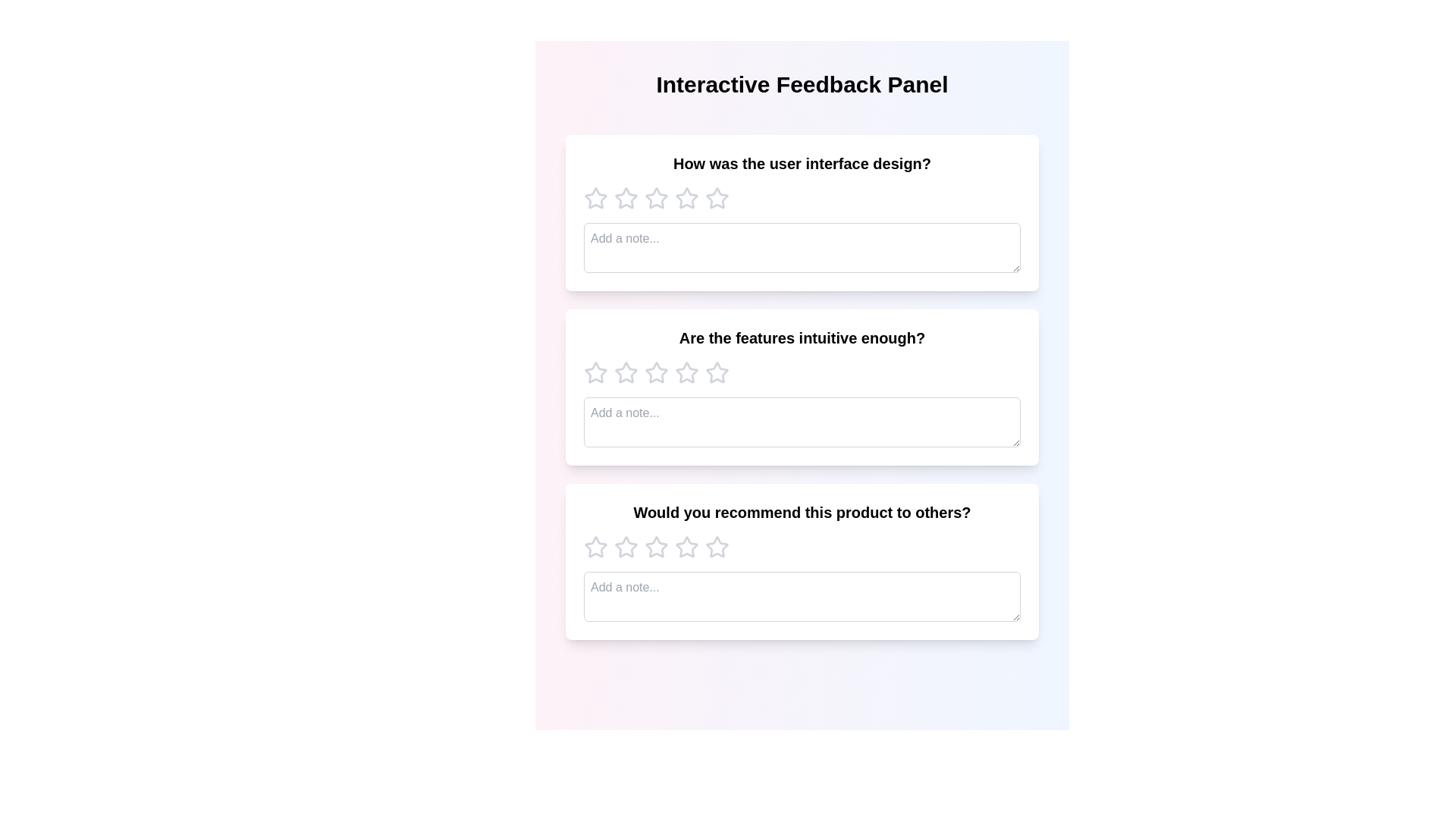 The image size is (1456, 819). Describe the element at coordinates (801, 247) in the screenshot. I see `the text area below the feedback prompt 'How was the user interface design?' and enter the text '<user_input>'` at that location.